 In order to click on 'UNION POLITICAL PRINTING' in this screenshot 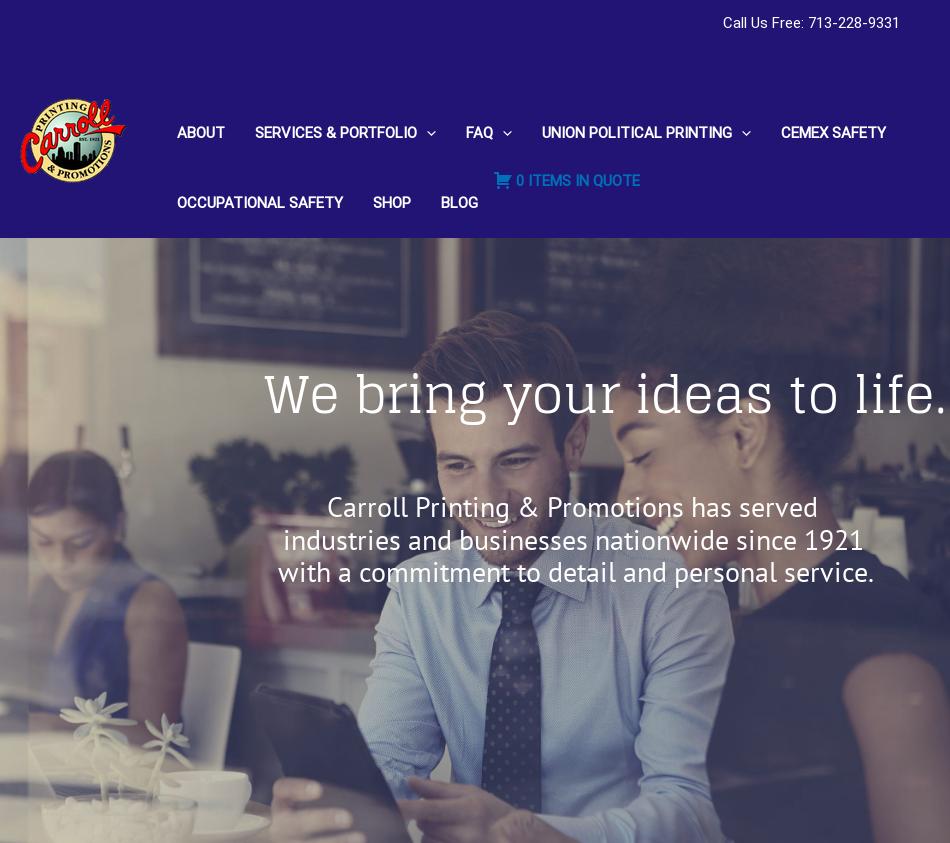, I will do `click(636, 131)`.